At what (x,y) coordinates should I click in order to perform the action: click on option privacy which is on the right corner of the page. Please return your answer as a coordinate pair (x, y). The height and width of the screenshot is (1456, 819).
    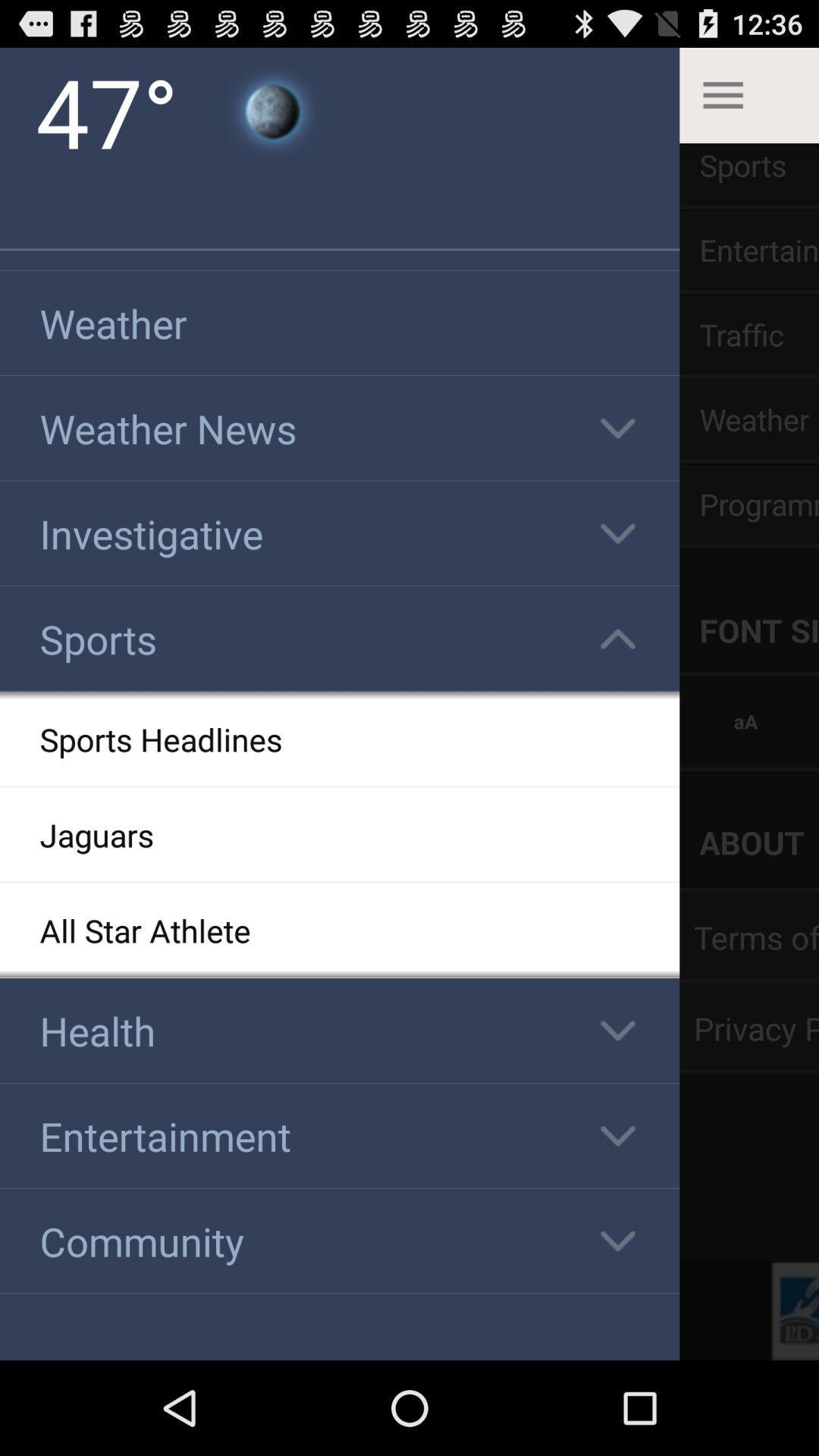
    Looking at the image, I should click on (748, 1028).